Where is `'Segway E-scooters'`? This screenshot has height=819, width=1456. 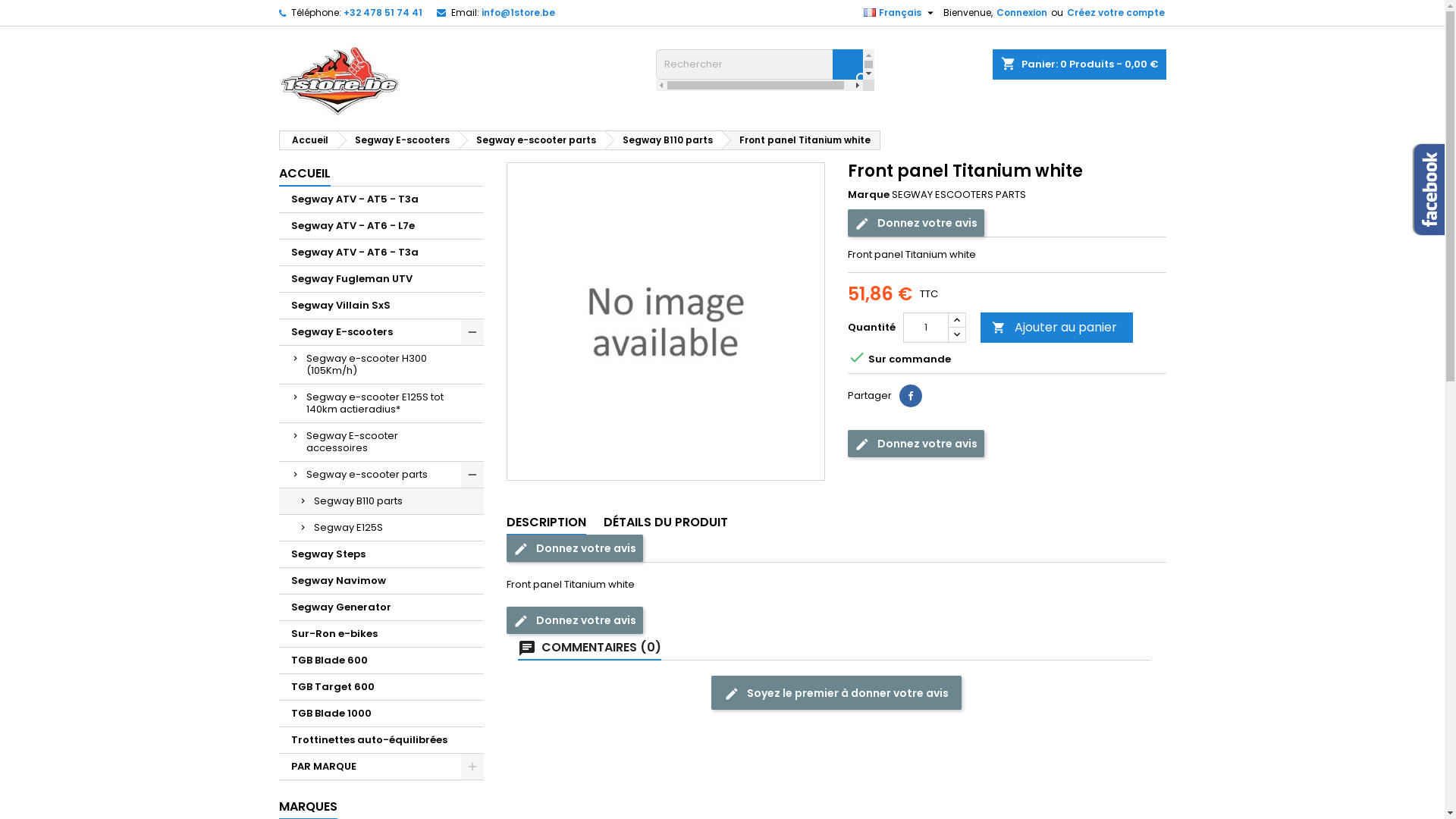
'Segway E-scooters' is located at coordinates (397, 140).